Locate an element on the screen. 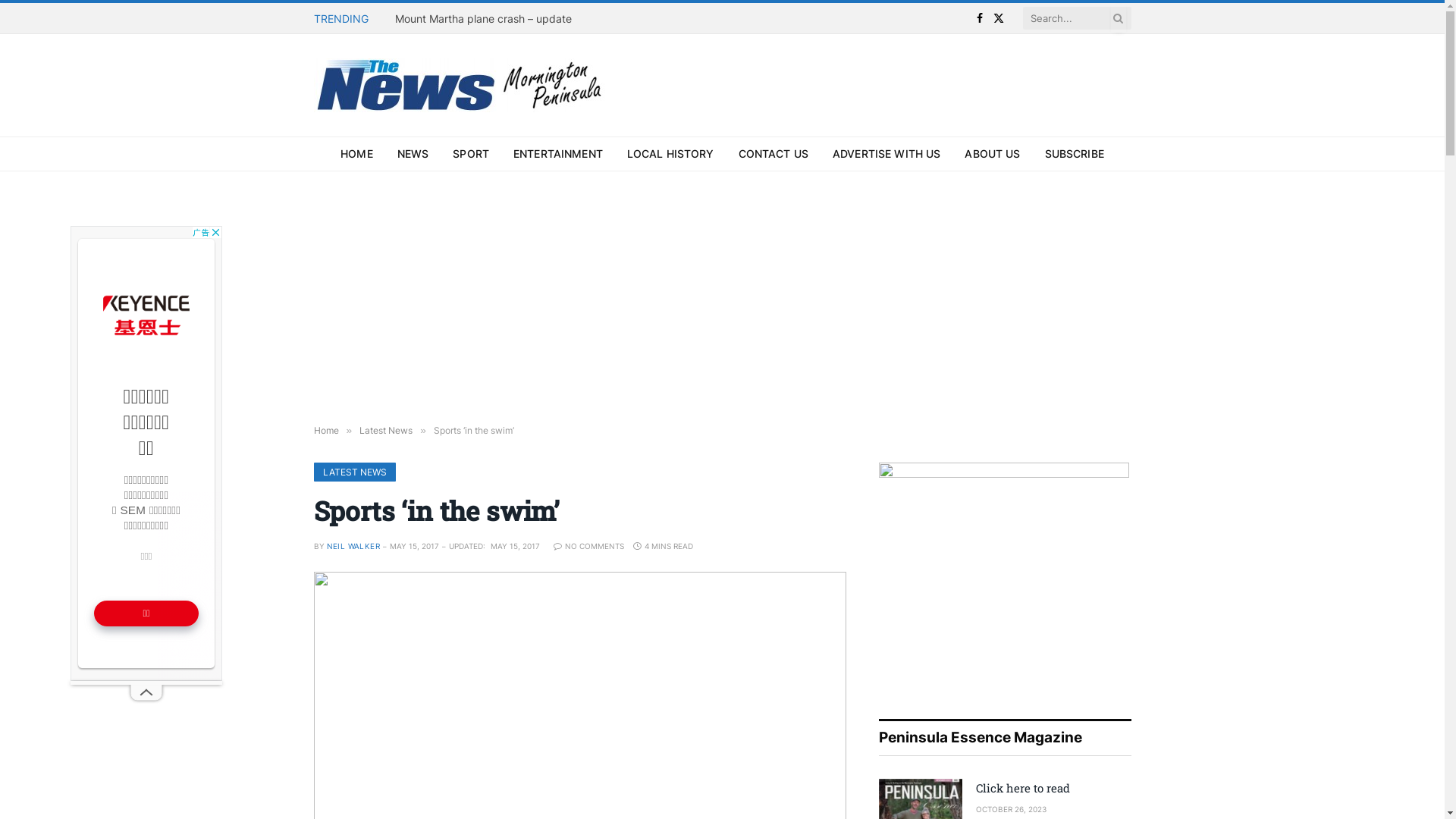 Image resolution: width=1456 pixels, height=819 pixels. 'MPNEWS' is located at coordinates (461, 85).